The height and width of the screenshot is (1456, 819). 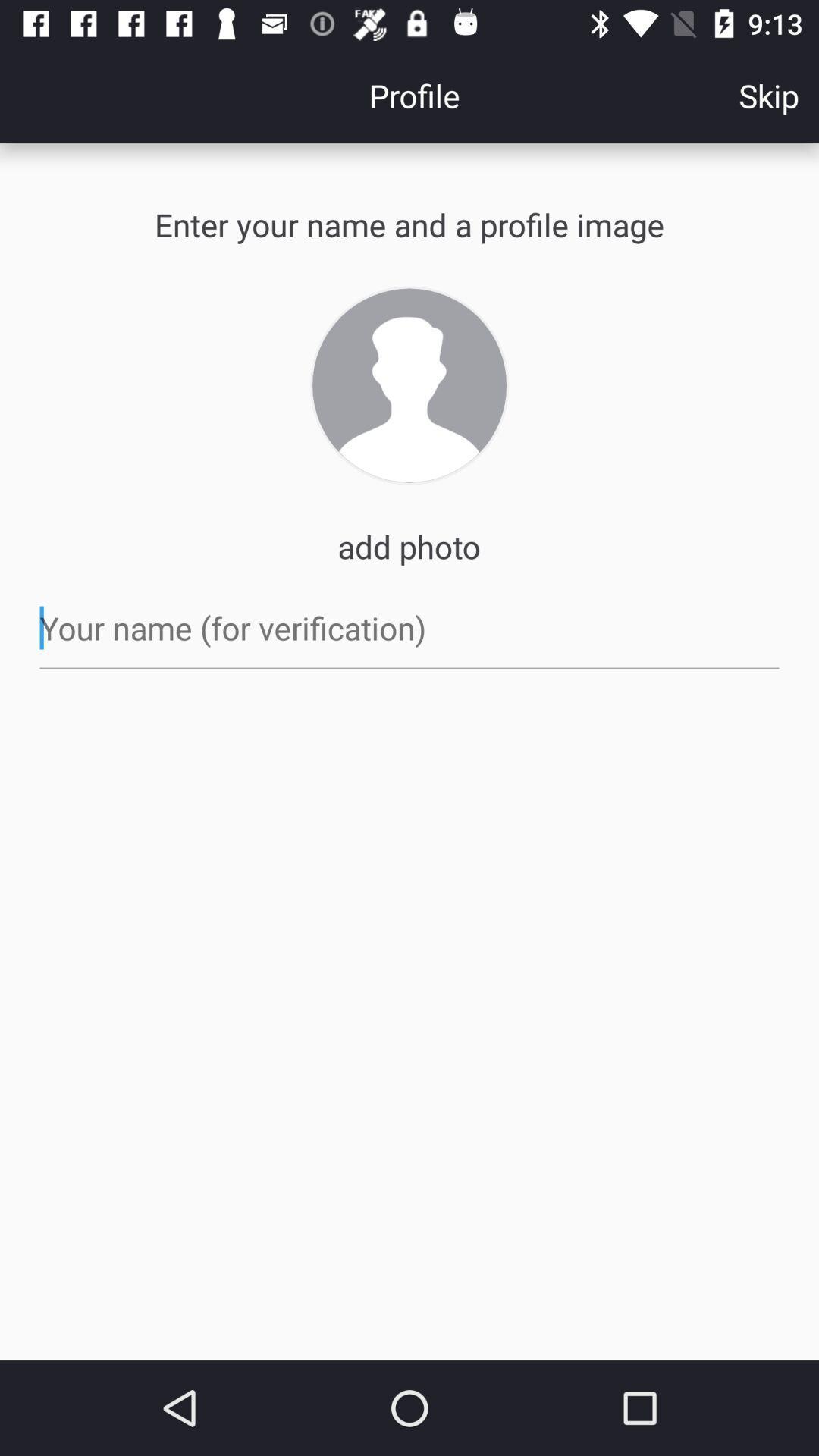 What do you see at coordinates (769, 94) in the screenshot?
I see `icon to the right of the profile` at bounding box center [769, 94].